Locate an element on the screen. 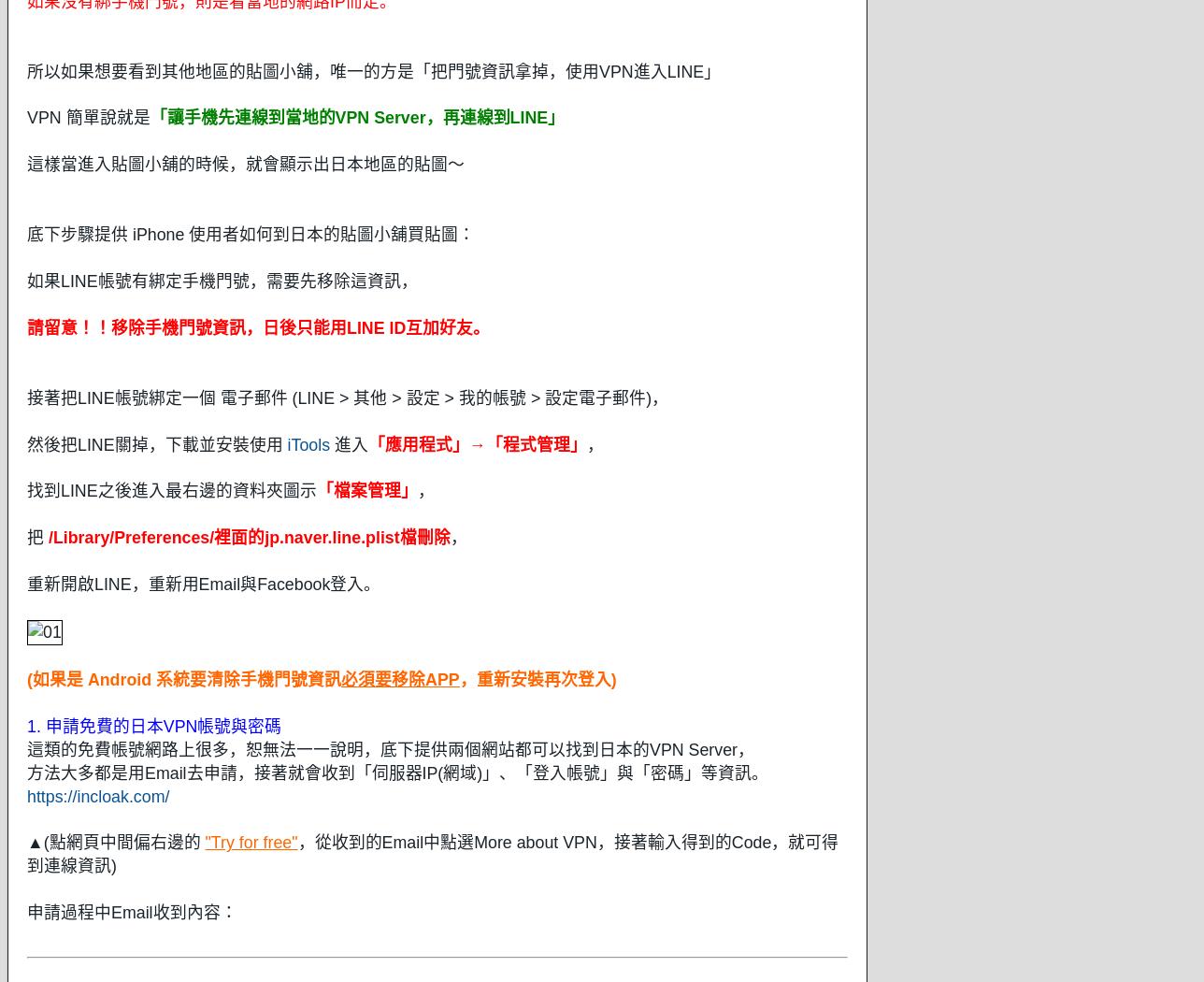 The width and height of the screenshot is (1204, 982). '(如果是 Android 系統要清除手機門號資訊' is located at coordinates (184, 677).